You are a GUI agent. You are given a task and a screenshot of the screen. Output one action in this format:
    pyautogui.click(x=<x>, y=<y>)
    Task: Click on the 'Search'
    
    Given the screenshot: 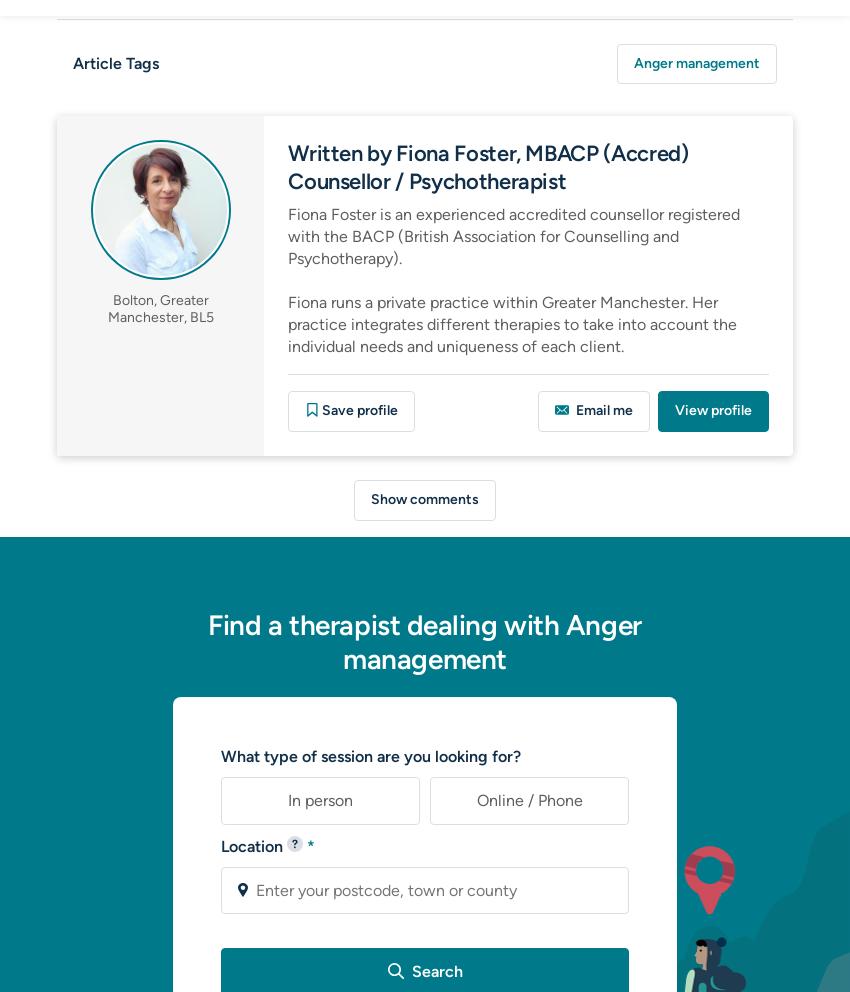 What is the action you would take?
    pyautogui.click(x=433, y=970)
    